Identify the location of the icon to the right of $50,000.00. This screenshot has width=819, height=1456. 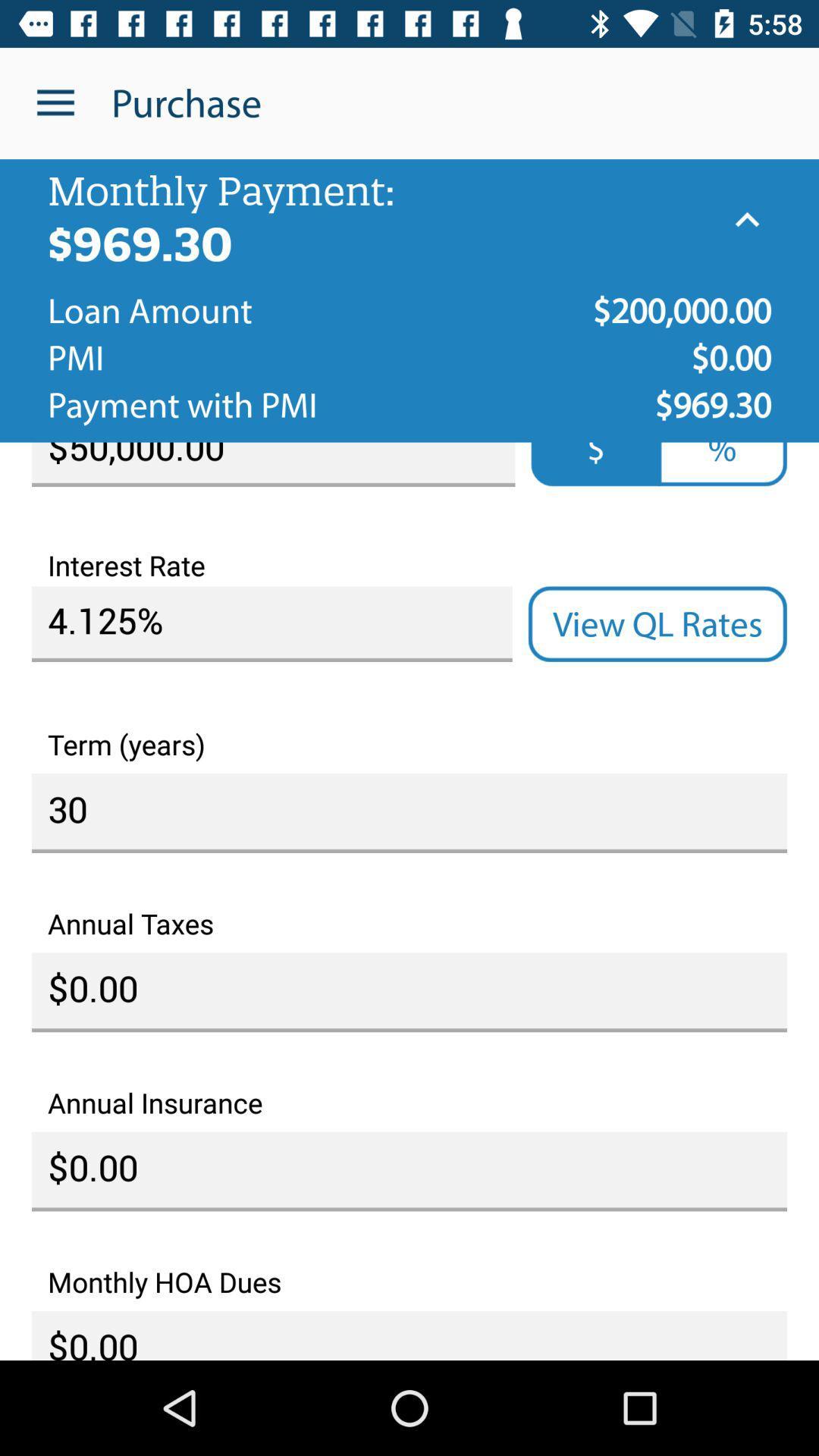
(721, 463).